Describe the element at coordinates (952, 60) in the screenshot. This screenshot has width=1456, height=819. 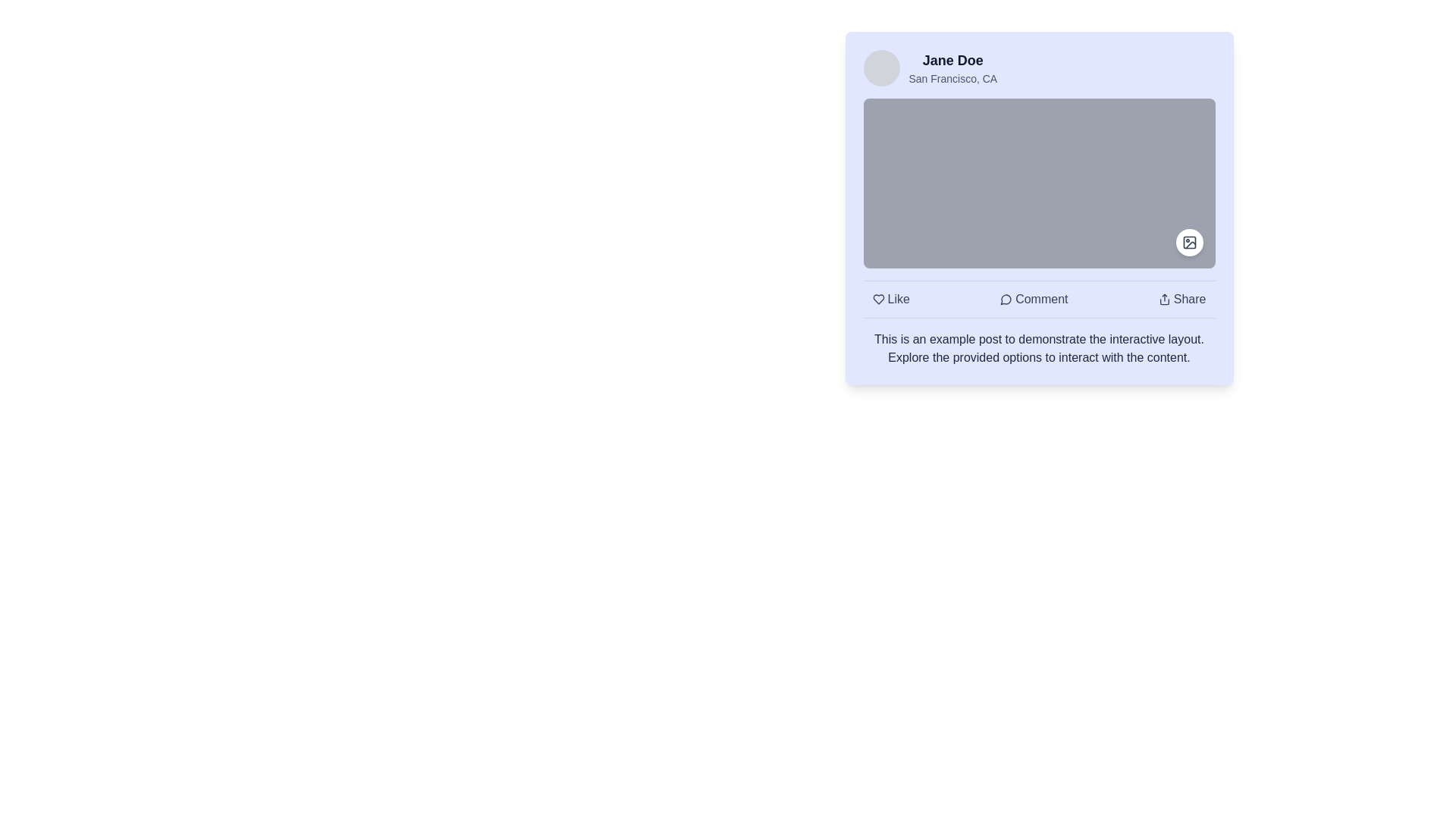
I see `the static text label that displays the name of a person or entity, located at the top left corner of the card layout, adjacent to a circular avatar placeholder` at that location.